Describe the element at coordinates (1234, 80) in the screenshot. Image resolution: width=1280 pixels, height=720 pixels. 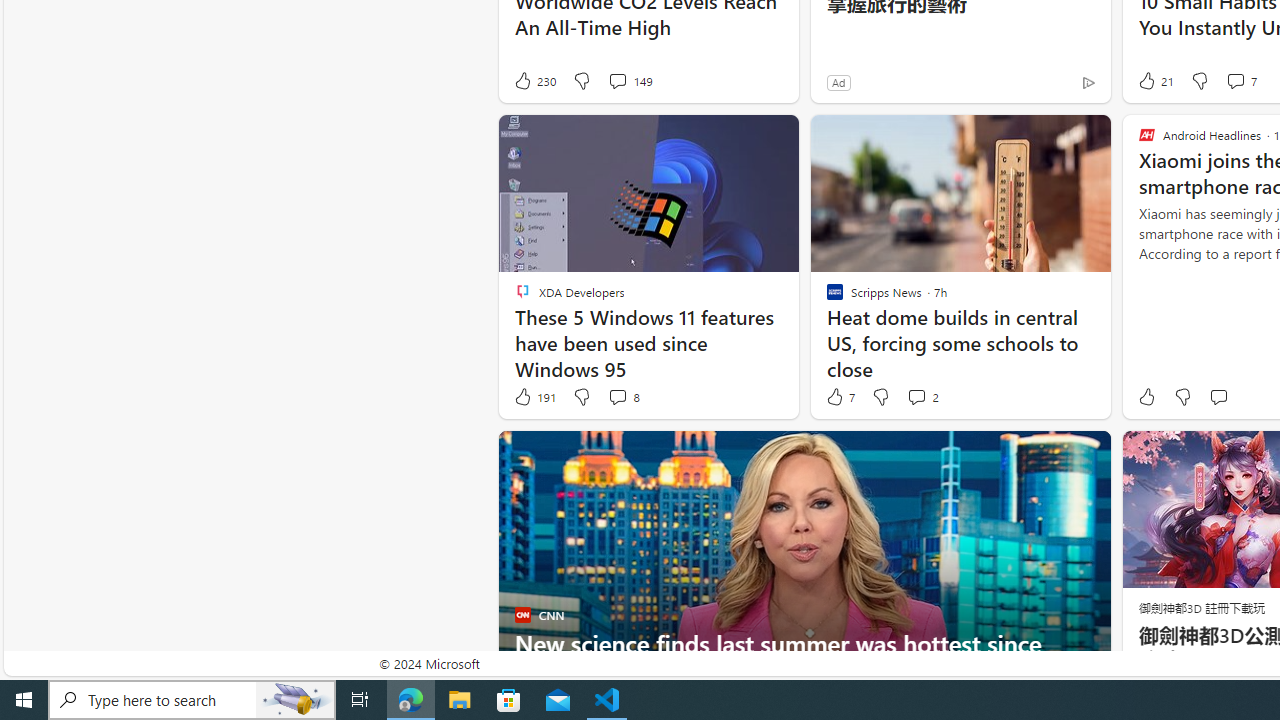
I see `'View comments 7 Comment'` at that location.